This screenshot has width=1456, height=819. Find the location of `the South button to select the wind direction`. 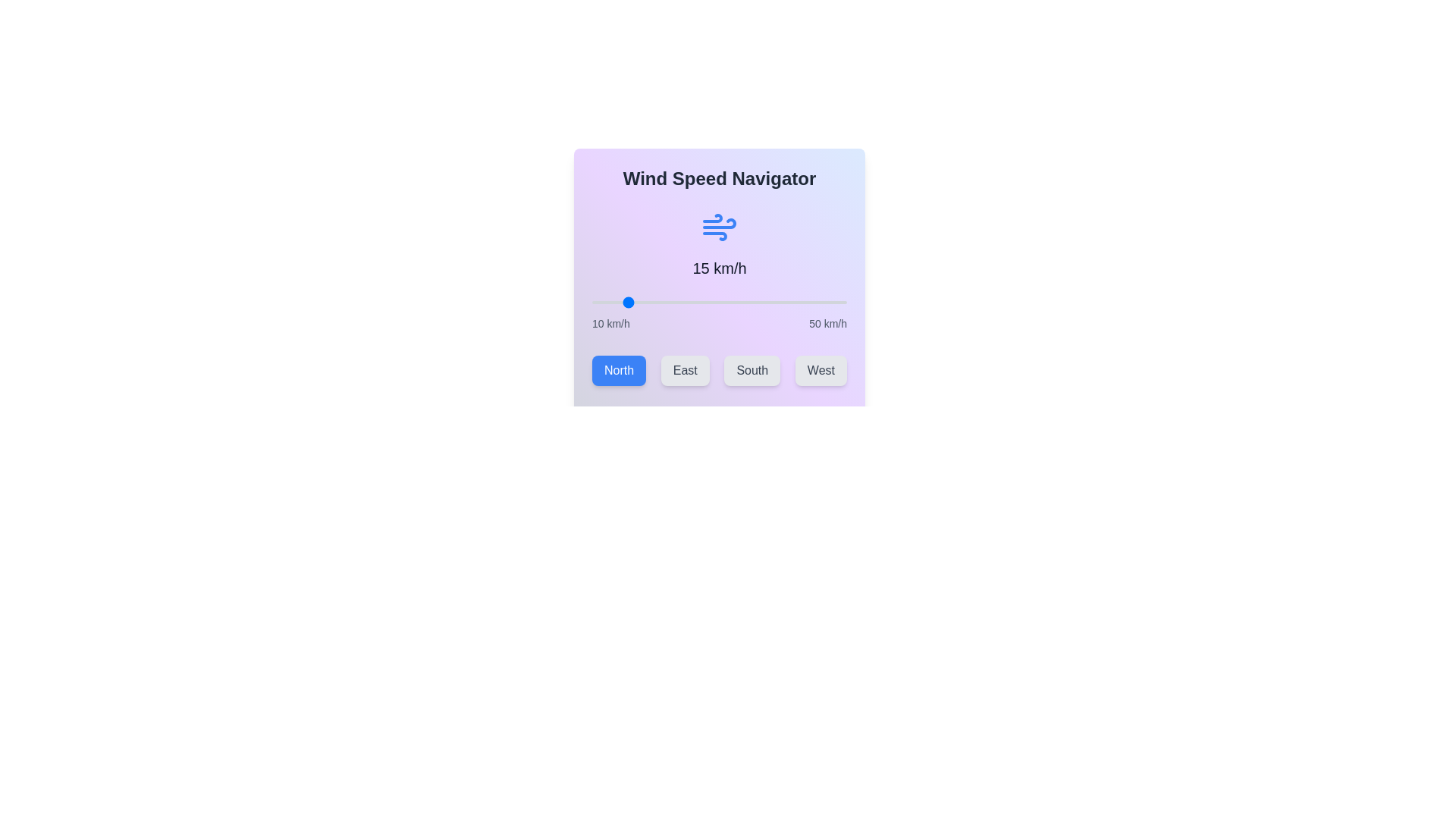

the South button to select the wind direction is located at coordinates (752, 371).